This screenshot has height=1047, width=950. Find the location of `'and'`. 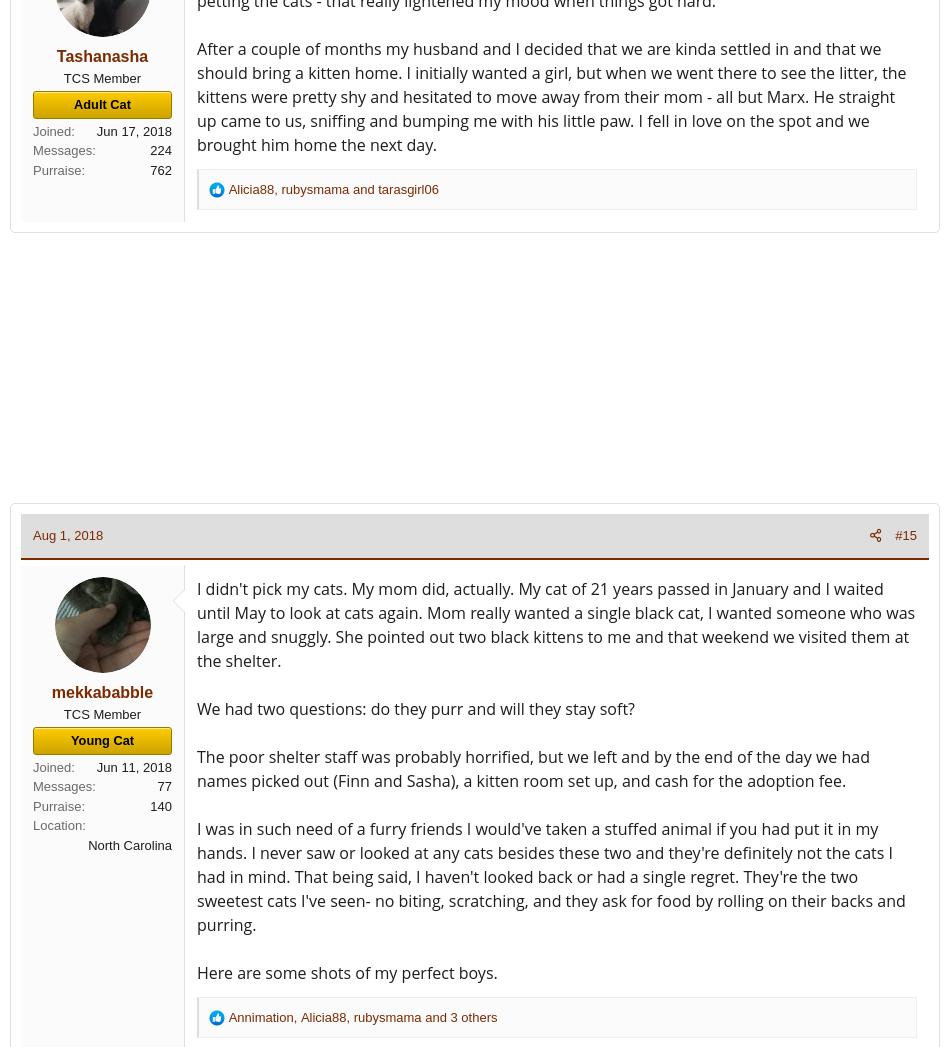

'and' is located at coordinates (362, 188).